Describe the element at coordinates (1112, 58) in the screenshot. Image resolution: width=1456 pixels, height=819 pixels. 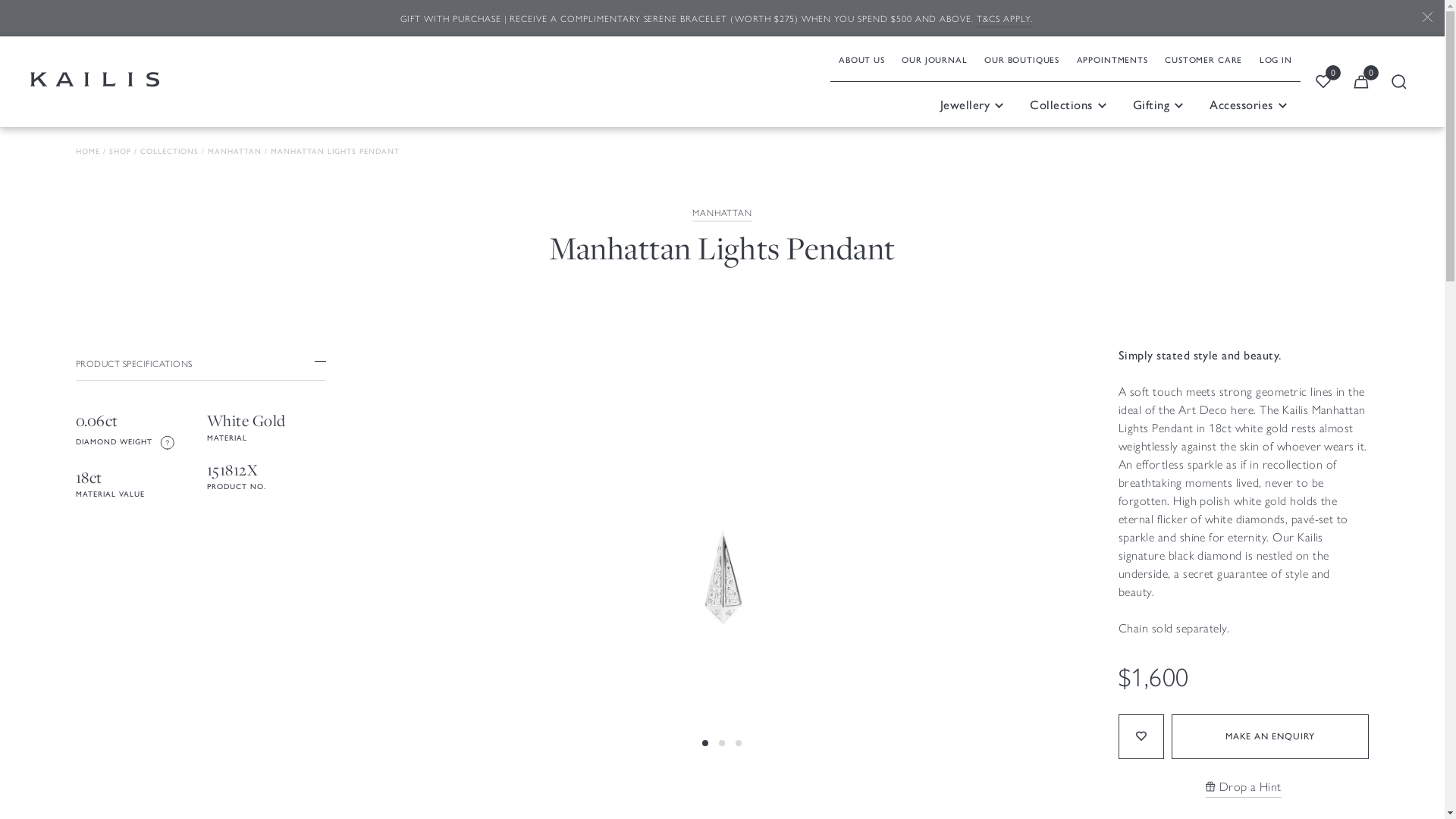
I see `'APPOINTMENTS'` at that location.